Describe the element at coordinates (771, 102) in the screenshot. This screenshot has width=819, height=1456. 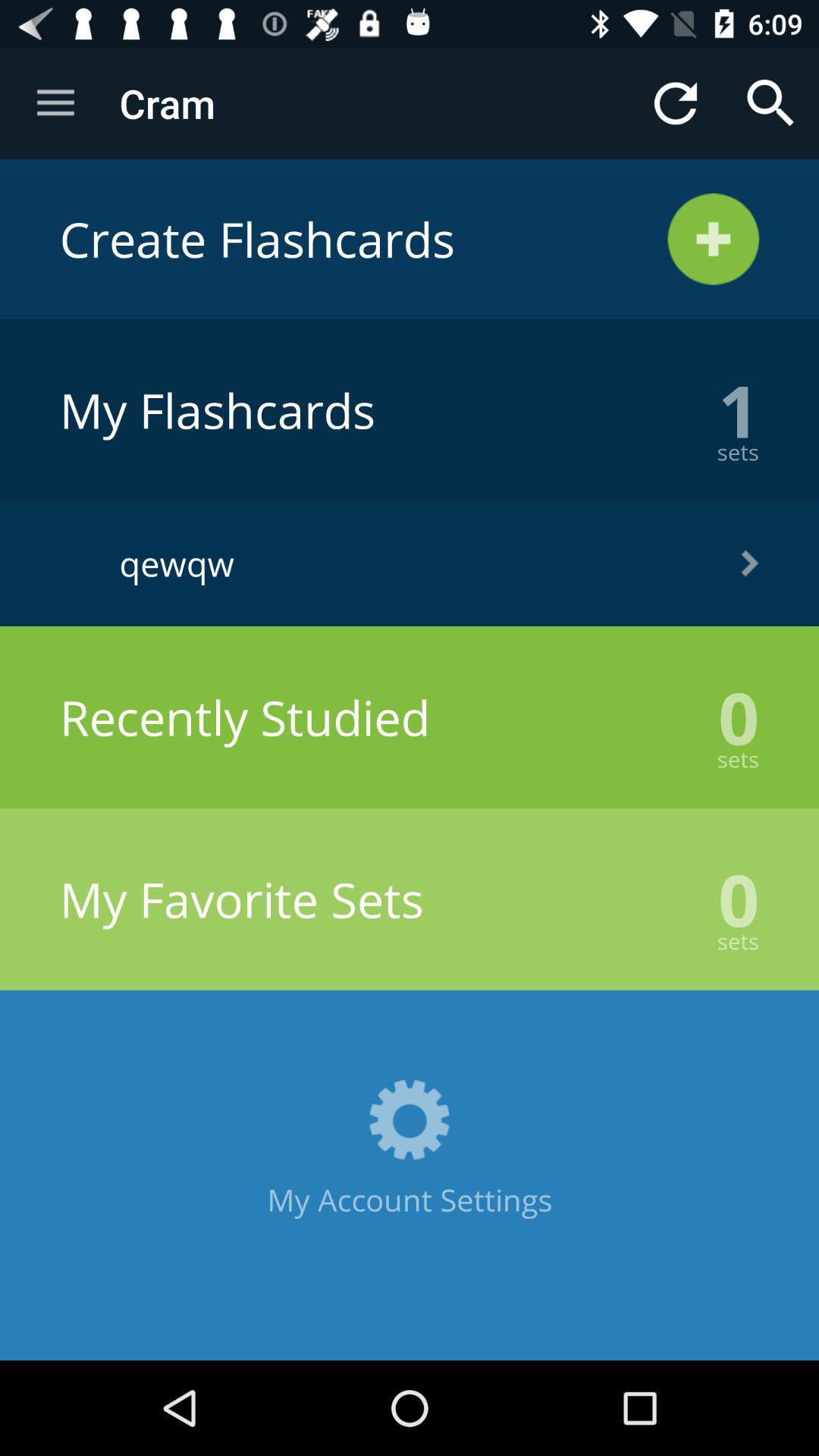
I see `item above the create flashcards` at that location.